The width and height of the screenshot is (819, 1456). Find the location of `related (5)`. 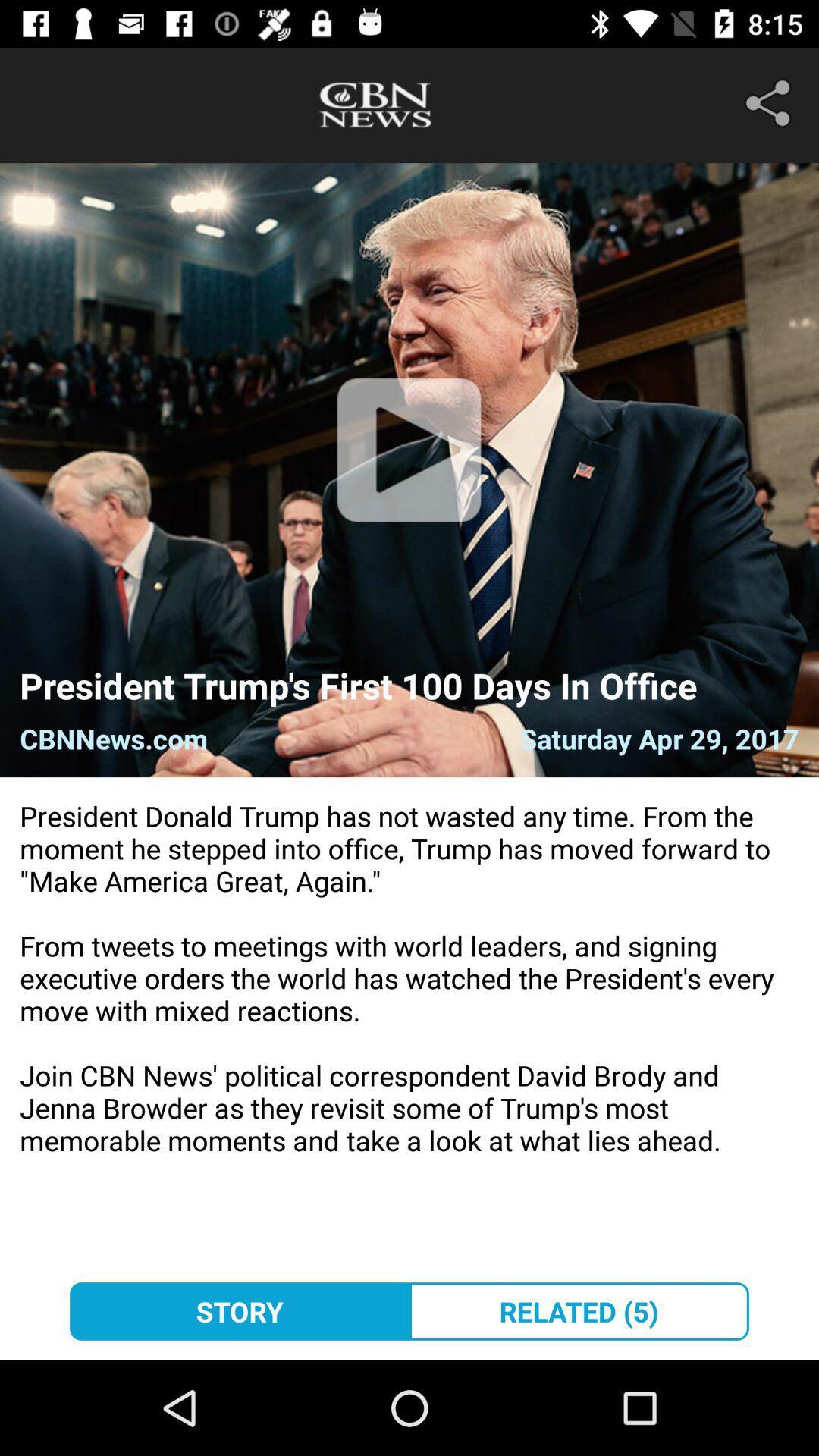

related (5) is located at coordinates (579, 1310).